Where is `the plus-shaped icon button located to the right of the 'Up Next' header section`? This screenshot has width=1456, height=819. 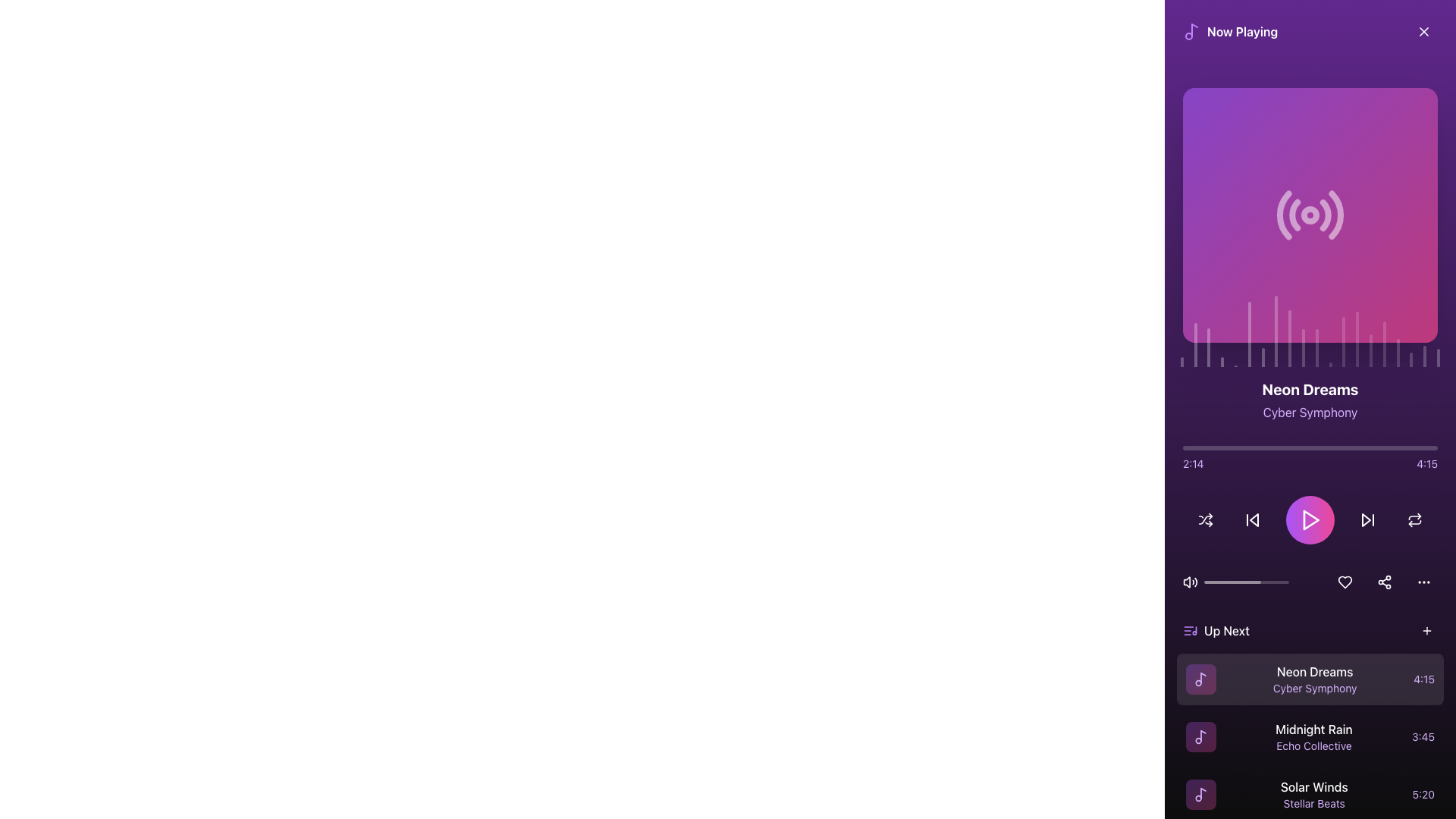
the plus-shaped icon button located to the right of the 'Up Next' header section is located at coordinates (1426, 631).